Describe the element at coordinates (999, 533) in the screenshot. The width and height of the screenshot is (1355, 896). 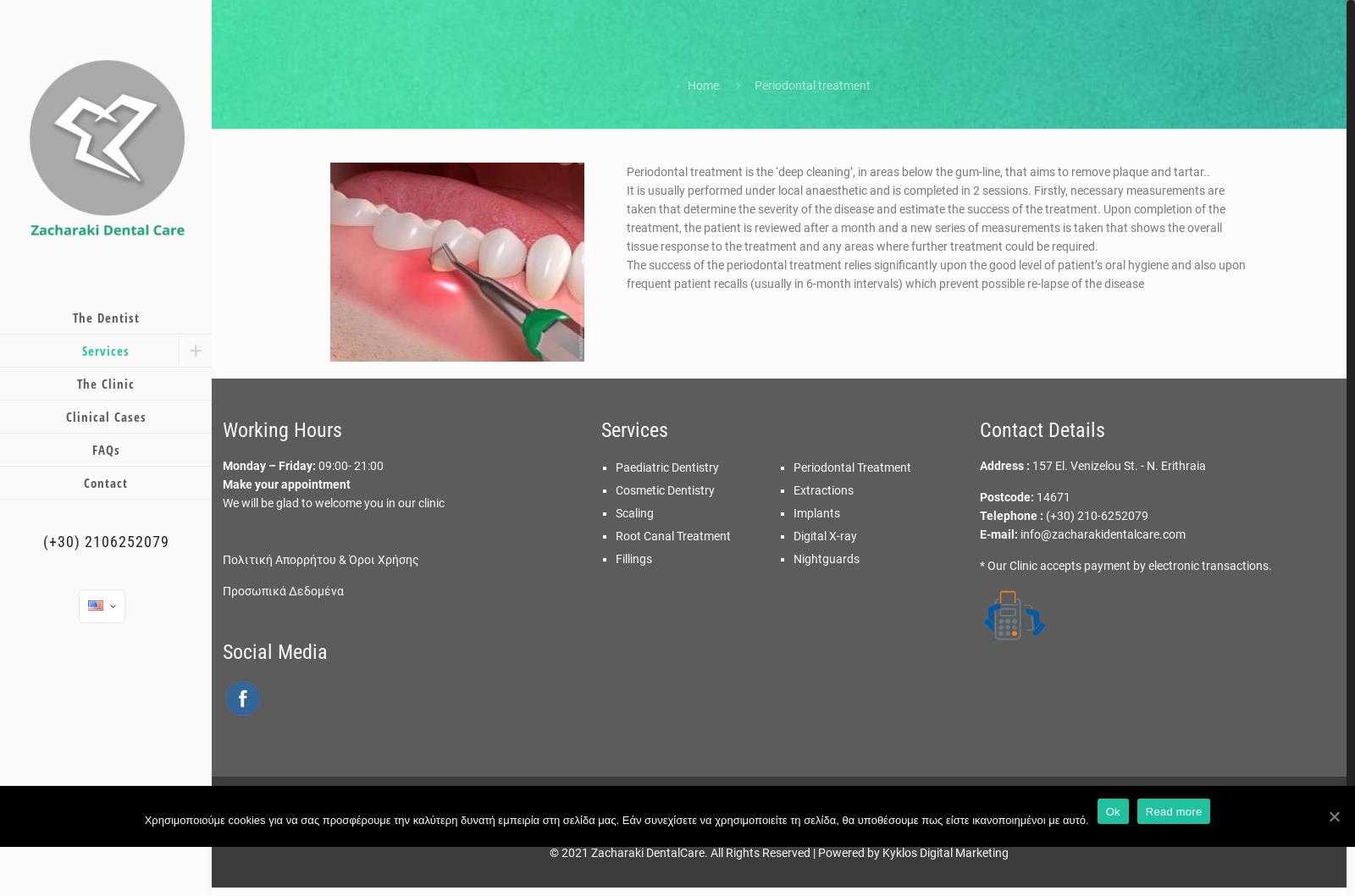
I see `'E-mail:'` at that location.